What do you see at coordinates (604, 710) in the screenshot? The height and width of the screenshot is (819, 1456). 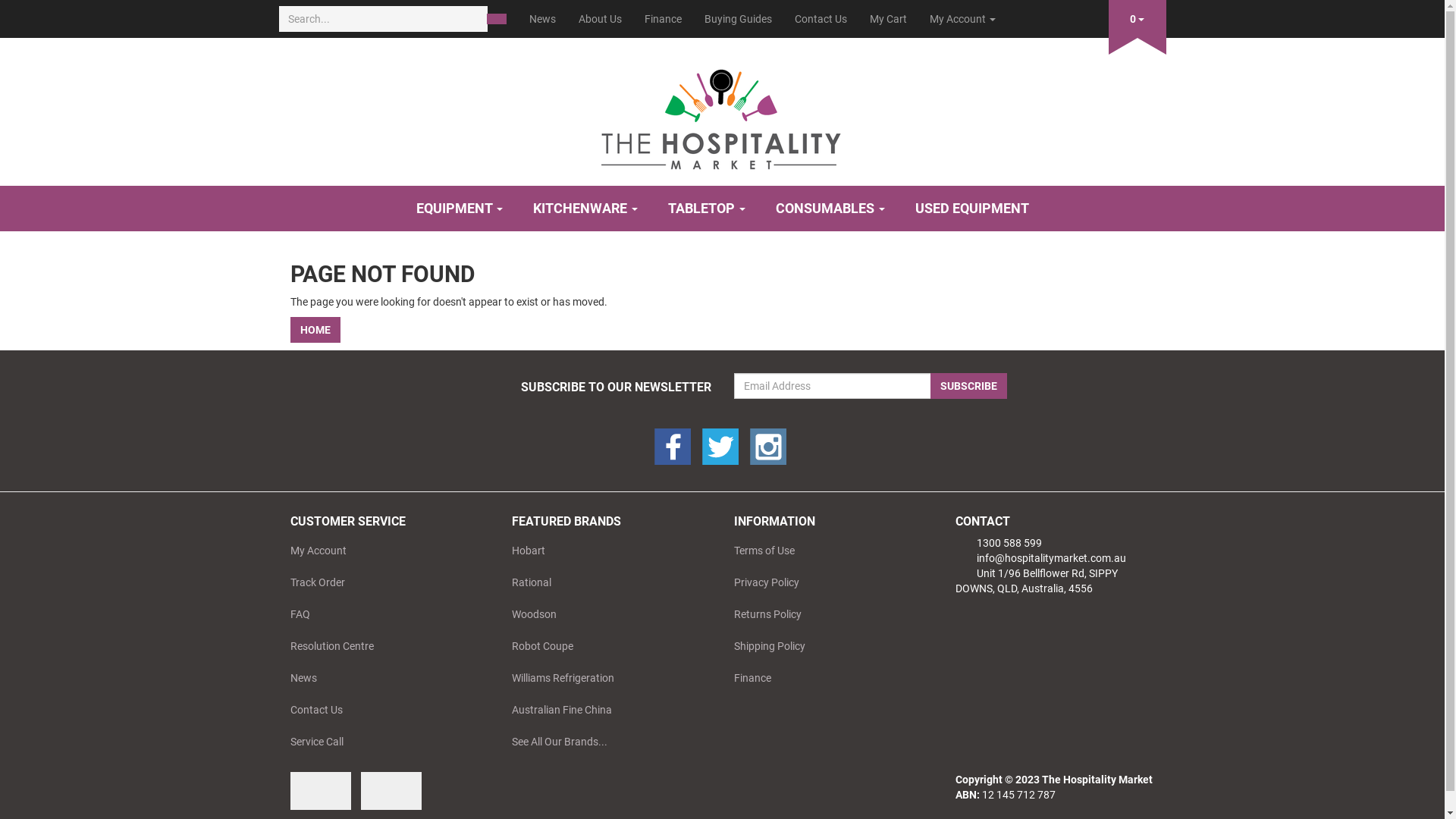 I see `'Australian Fine China'` at bounding box center [604, 710].